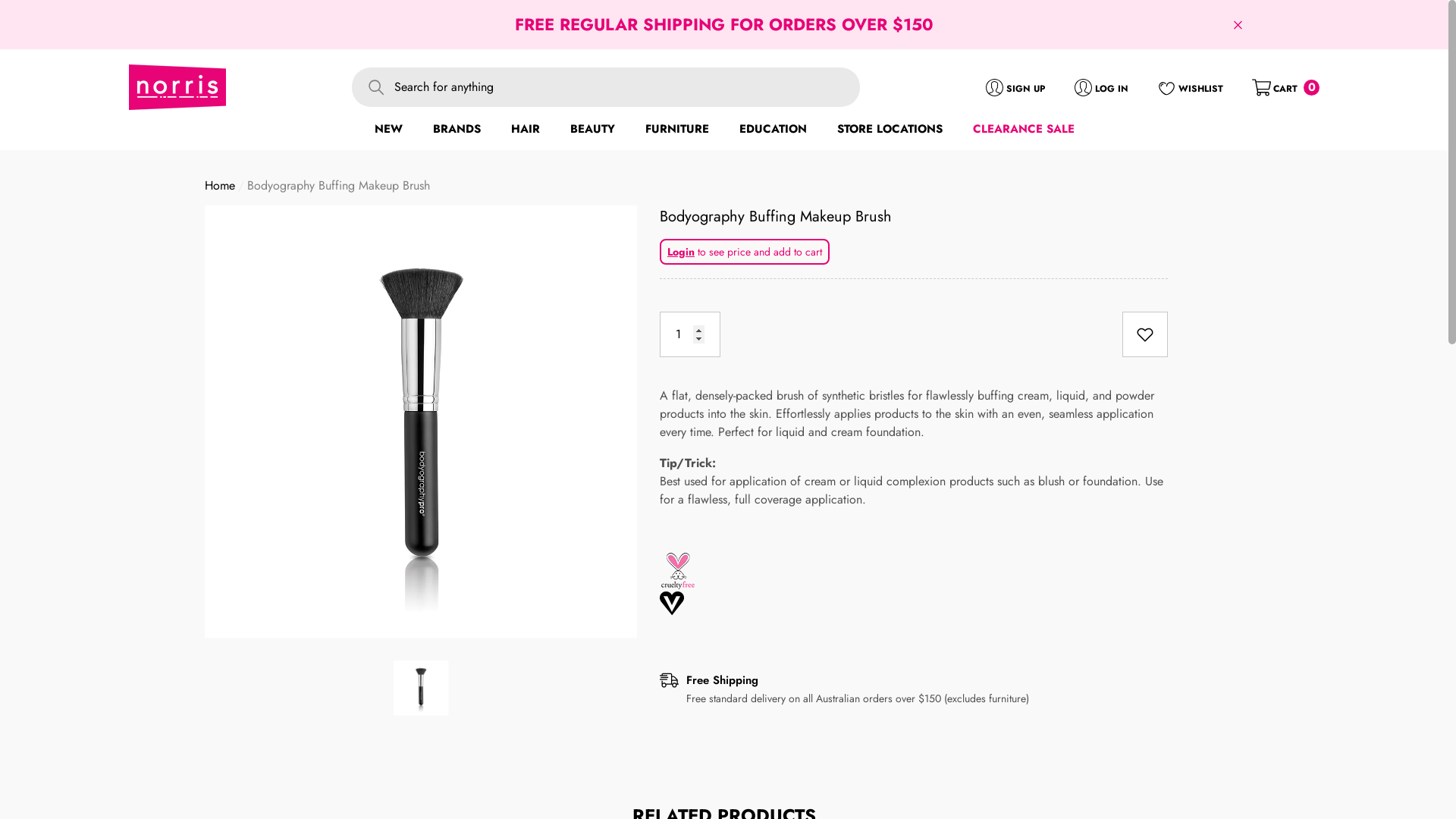 This screenshot has height=819, width=1456. Describe the element at coordinates (890, 129) in the screenshot. I see `'STORE LOCATIONS'` at that location.